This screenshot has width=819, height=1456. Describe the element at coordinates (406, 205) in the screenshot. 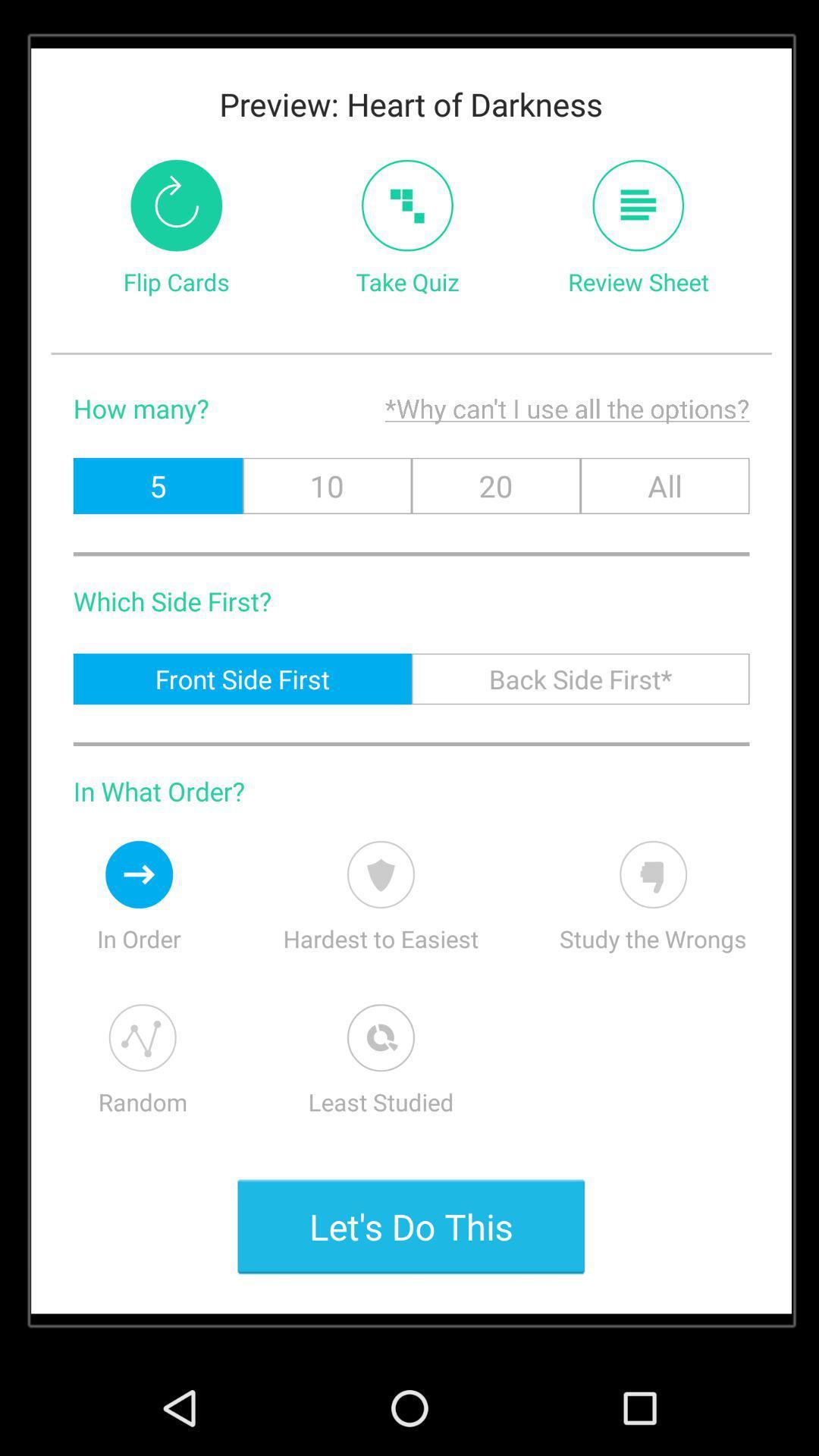

I see `icon next to the flip cards icon` at that location.